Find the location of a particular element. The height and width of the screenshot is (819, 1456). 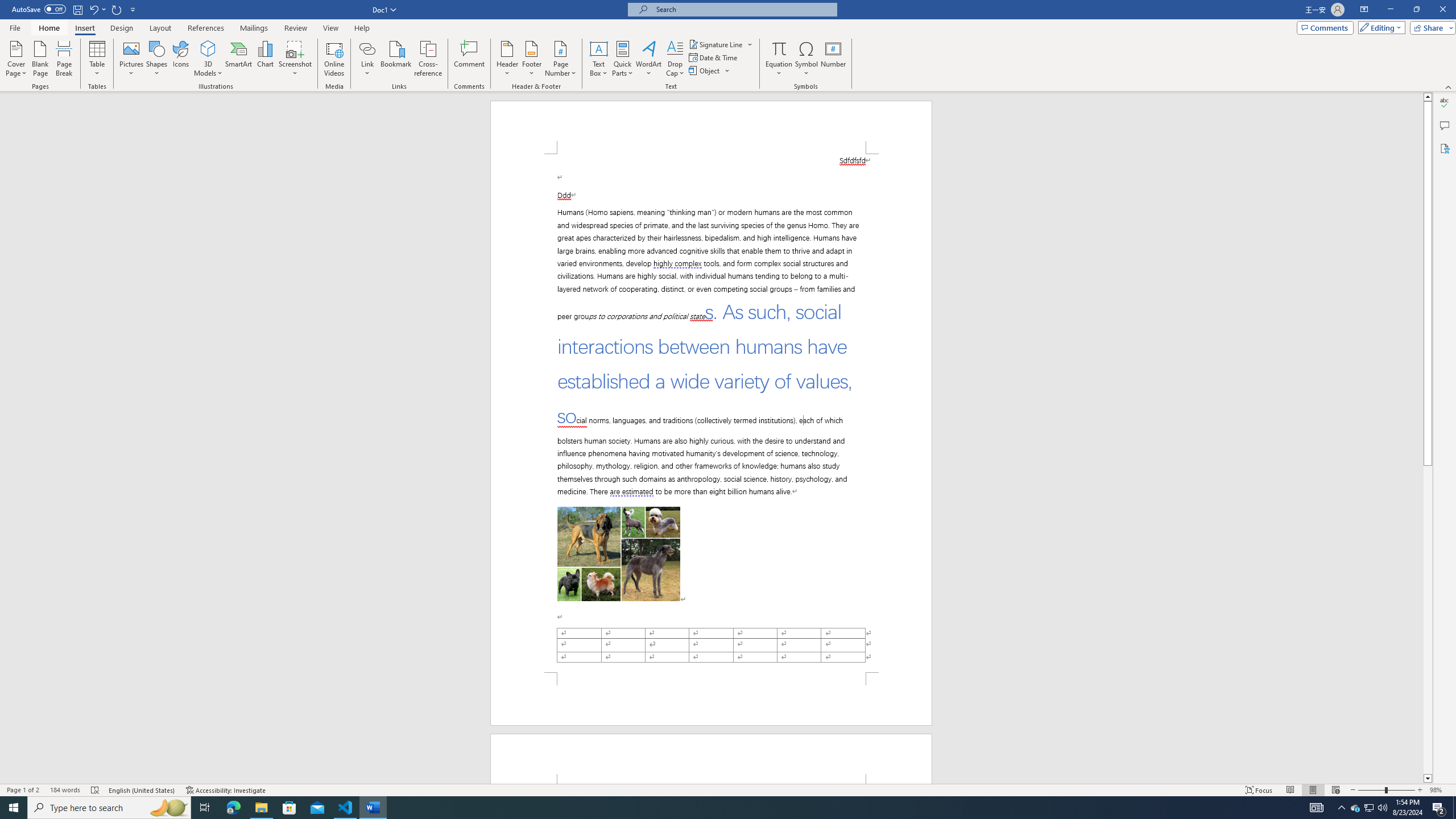

'Quick Parts' is located at coordinates (622, 59).